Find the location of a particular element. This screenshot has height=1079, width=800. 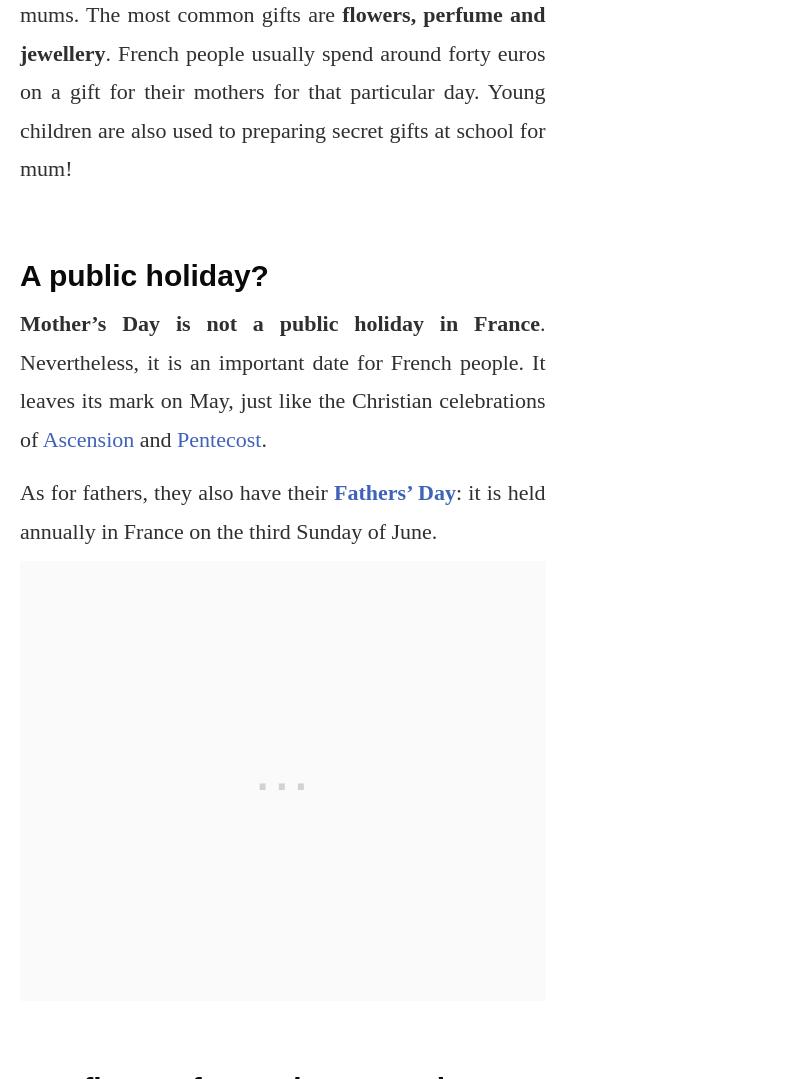

'. French people usually spend around forty euros on a gift for their mothers for that particular day. Young children are also used to preparing secret gifts at school for mum!' is located at coordinates (282, 110).